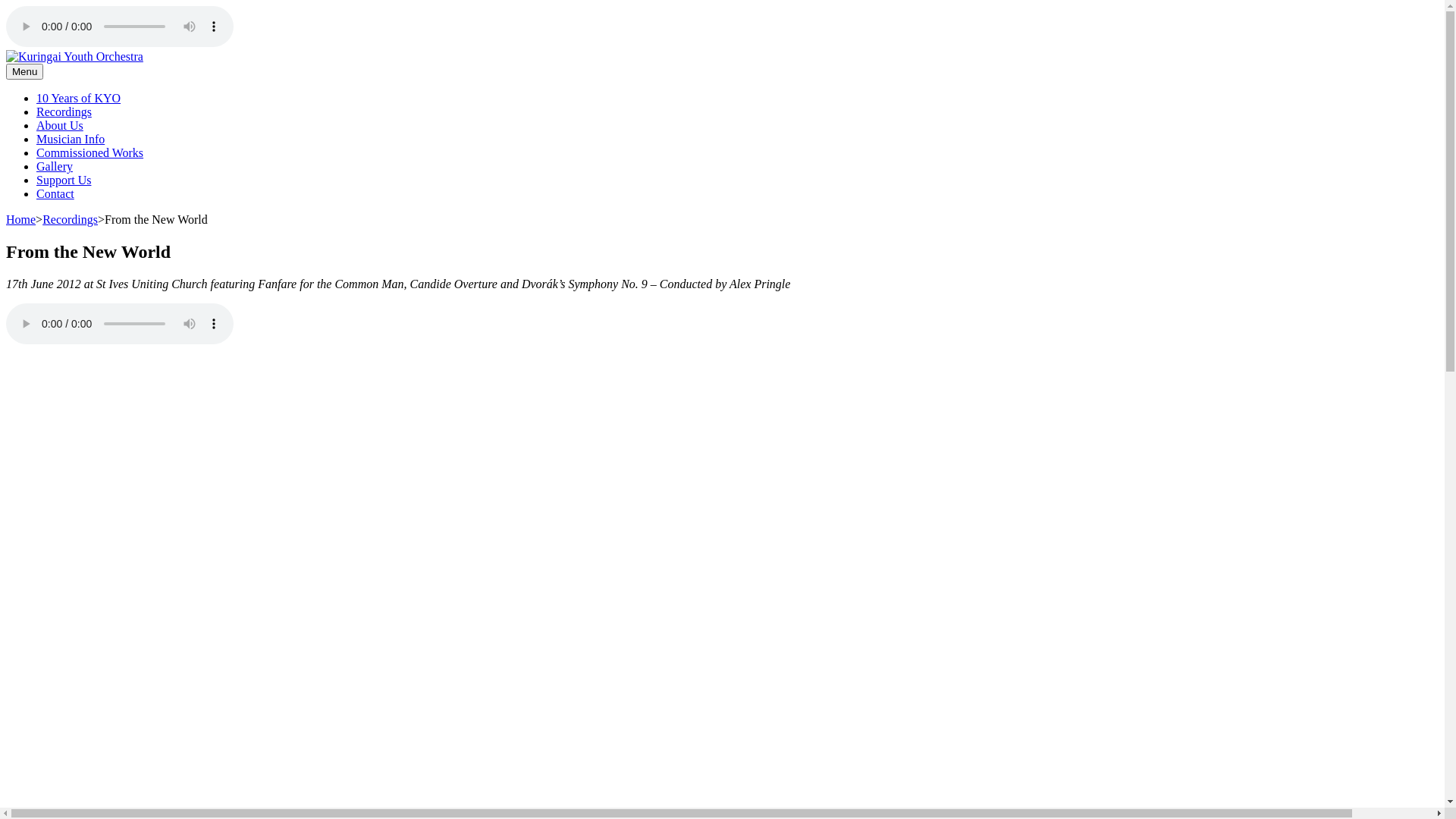 The height and width of the screenshot is (819, 1456). What do you see at coordinates (6, 219) in the screenshot?
I see `'Home'` at bounding box center [6, 219].